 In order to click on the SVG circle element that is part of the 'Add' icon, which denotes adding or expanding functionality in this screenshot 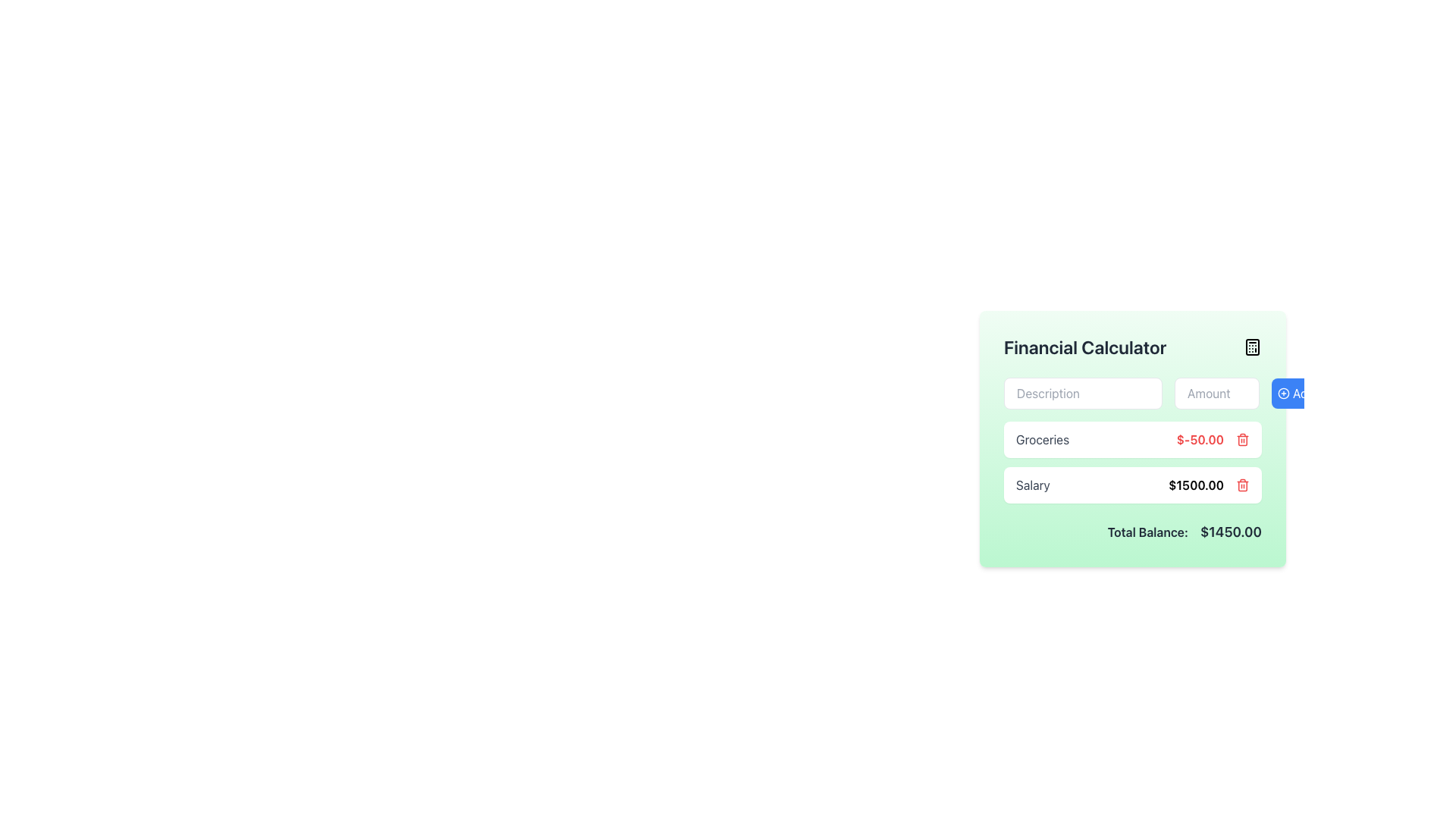, I will do `click(1283, 393)`.